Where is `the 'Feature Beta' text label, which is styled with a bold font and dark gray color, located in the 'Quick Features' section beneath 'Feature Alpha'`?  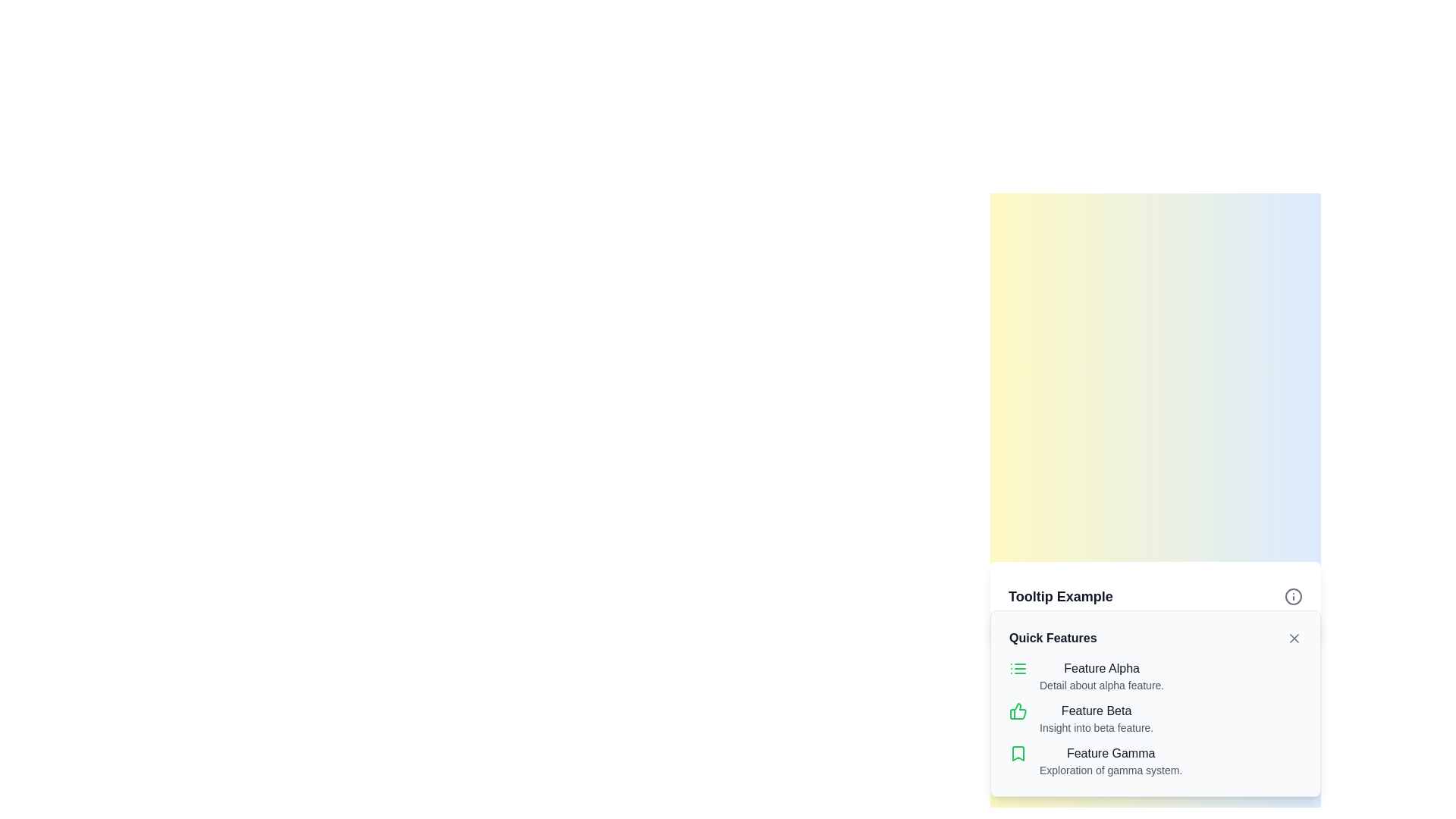
the 'Feature Beta' text label, which is styled with a bold font and dark gray color, located in the 'Quick Features' section beneath 'Feature Alpha' is located at coordinates (1097, 711).